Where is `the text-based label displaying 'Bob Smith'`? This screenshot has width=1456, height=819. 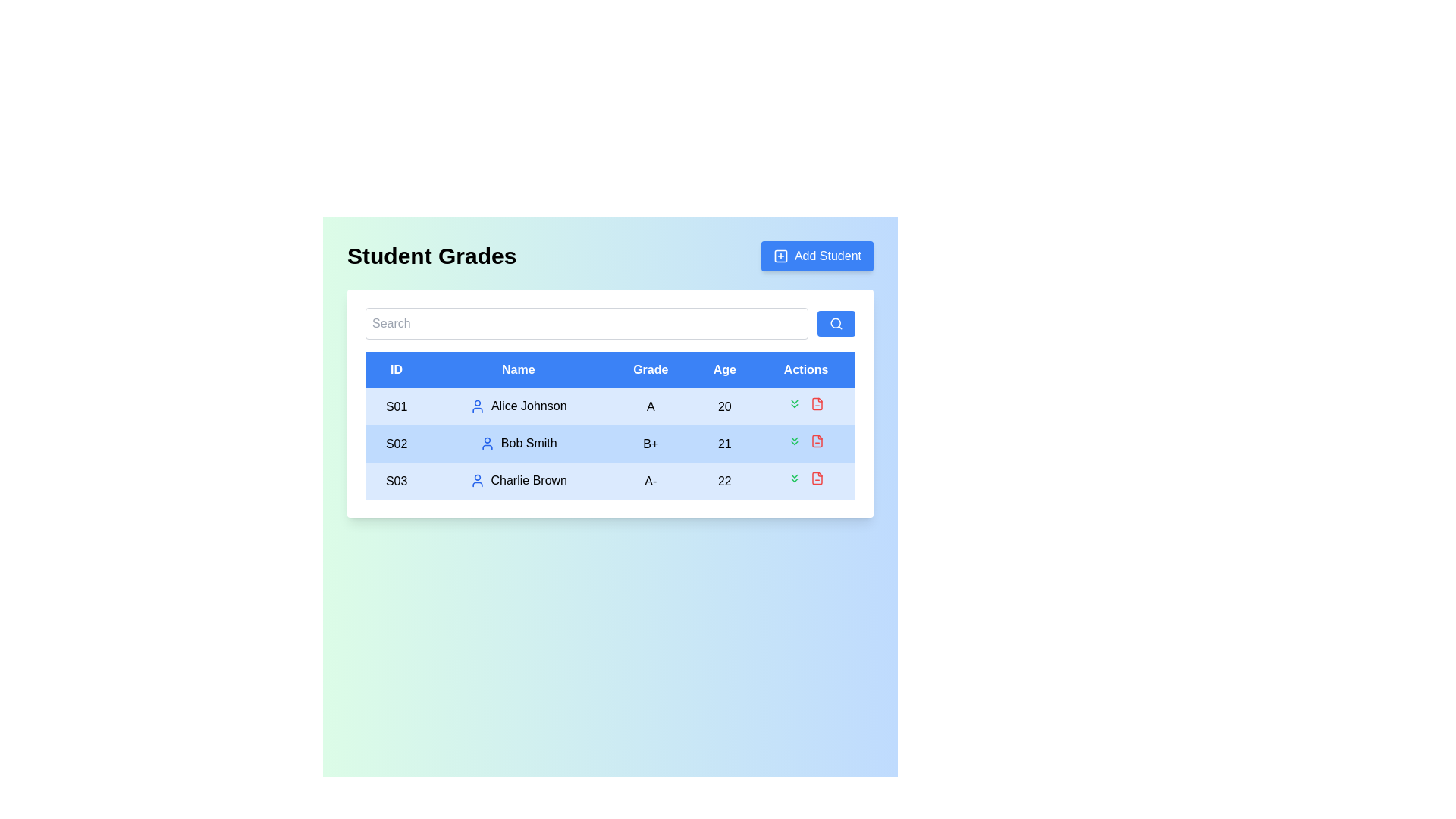 the text-based label displaying 'Bob Smith' is located at coordinates (518, 444).